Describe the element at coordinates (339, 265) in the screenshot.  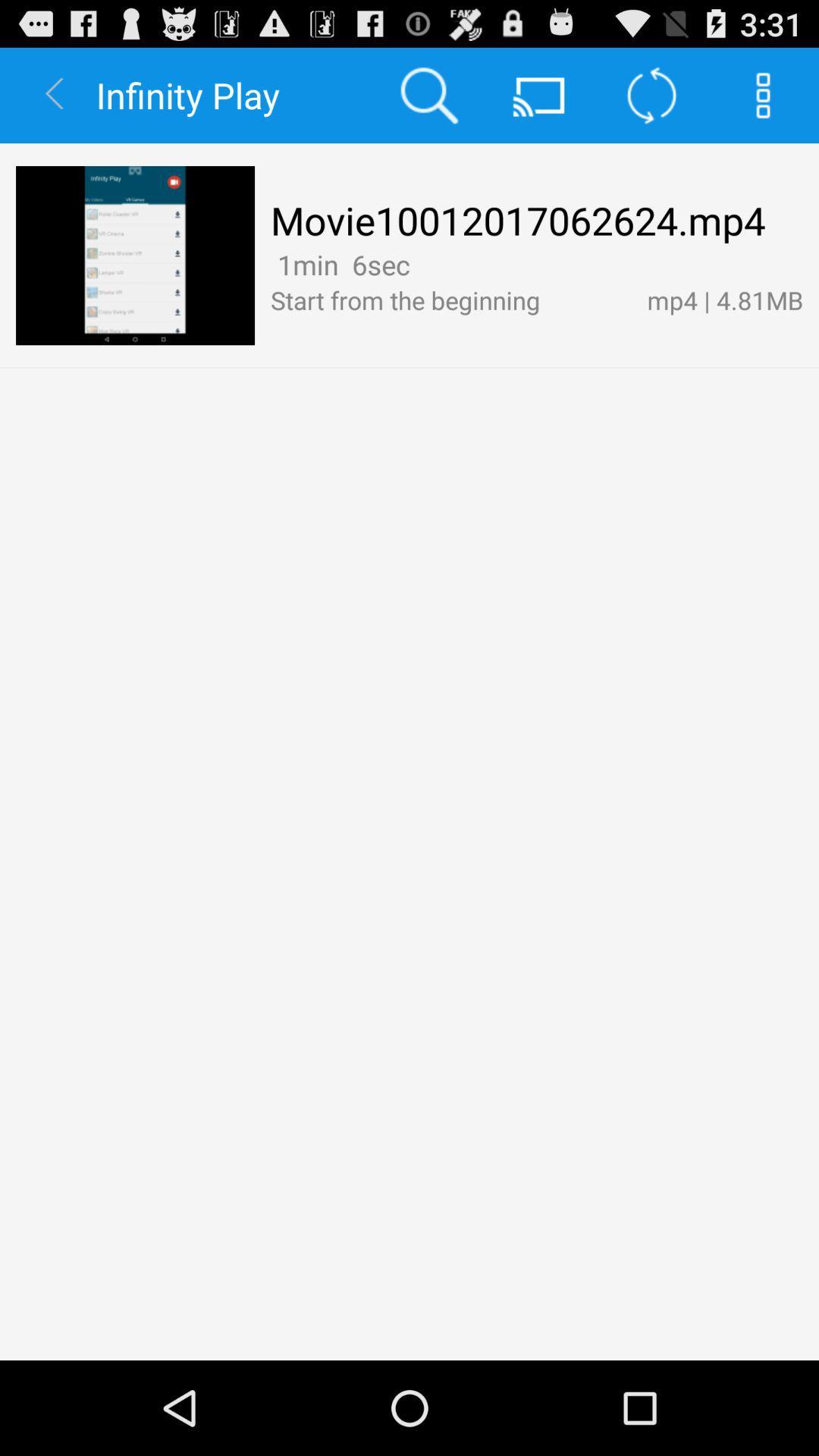
I see `1min  6sec icon` at that location.